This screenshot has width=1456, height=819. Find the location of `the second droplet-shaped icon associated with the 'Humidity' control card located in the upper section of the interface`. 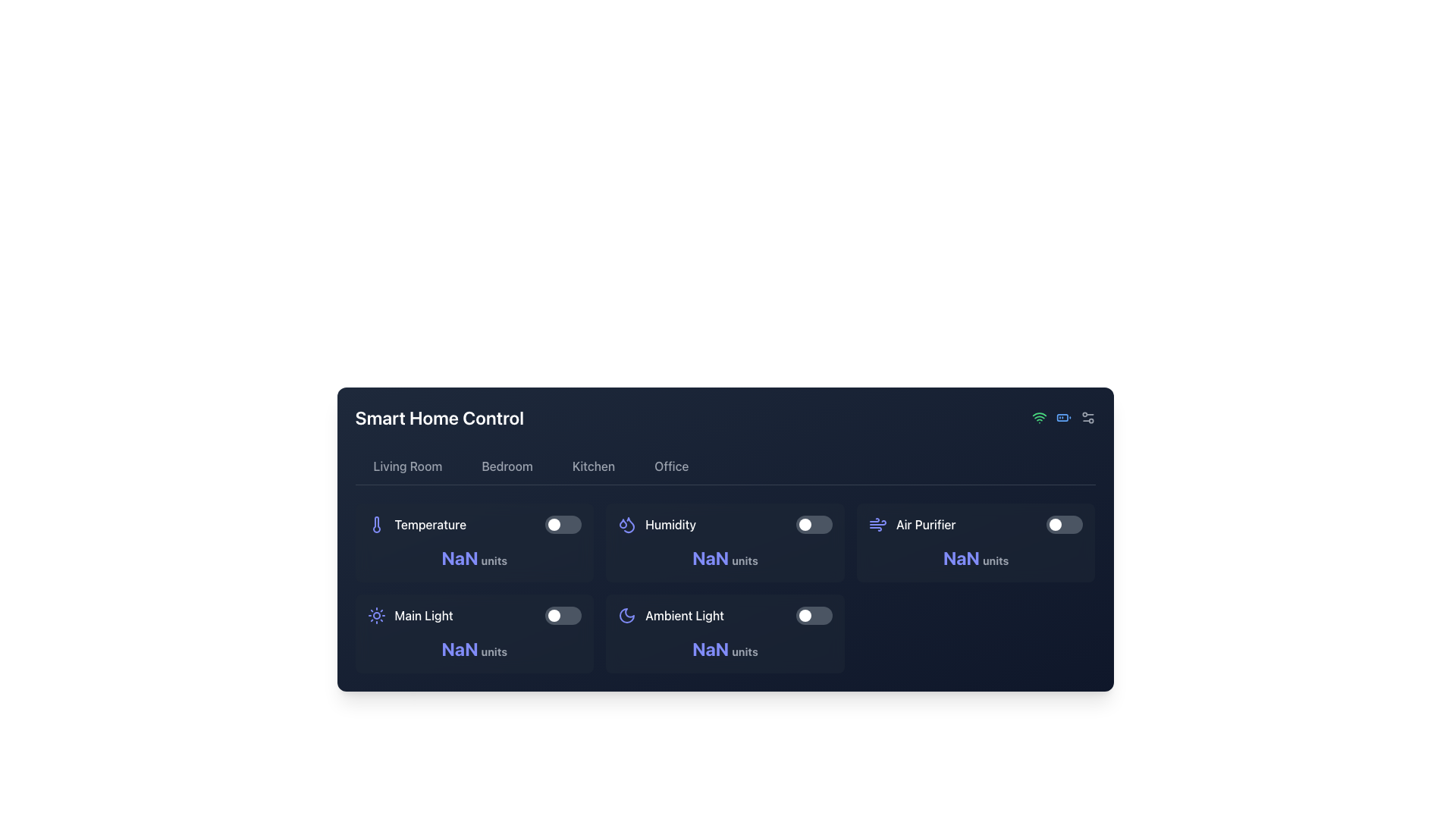

the second droplet-shaped icon associated with the 'Humidity' control card located in the upper section of the interface is located at coordinates (629, 524).